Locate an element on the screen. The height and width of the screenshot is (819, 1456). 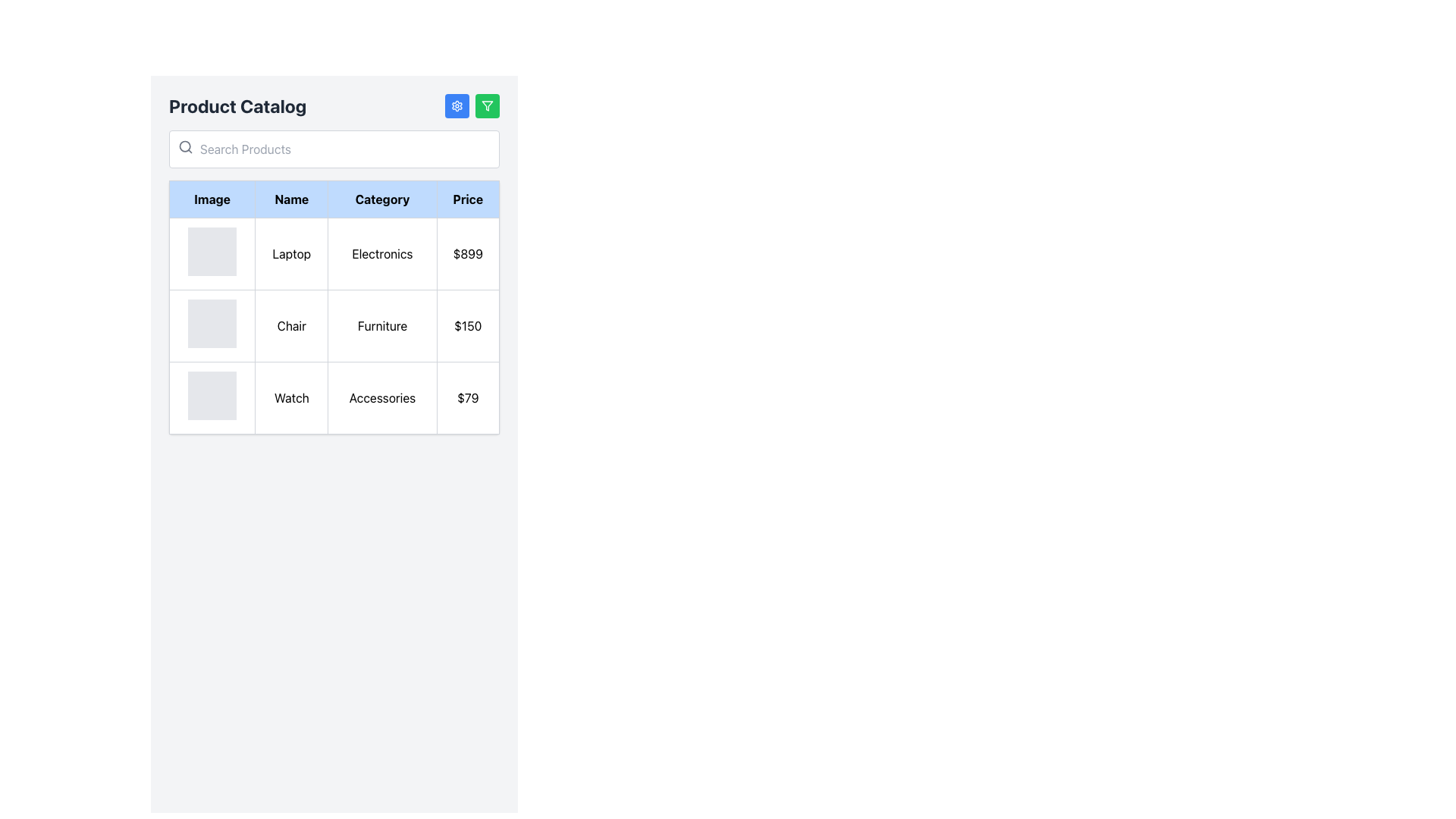
the 'Price' header cell in the data table, which is located in the last column to the right of the 'Category' header is located at coordinates (467, 198).